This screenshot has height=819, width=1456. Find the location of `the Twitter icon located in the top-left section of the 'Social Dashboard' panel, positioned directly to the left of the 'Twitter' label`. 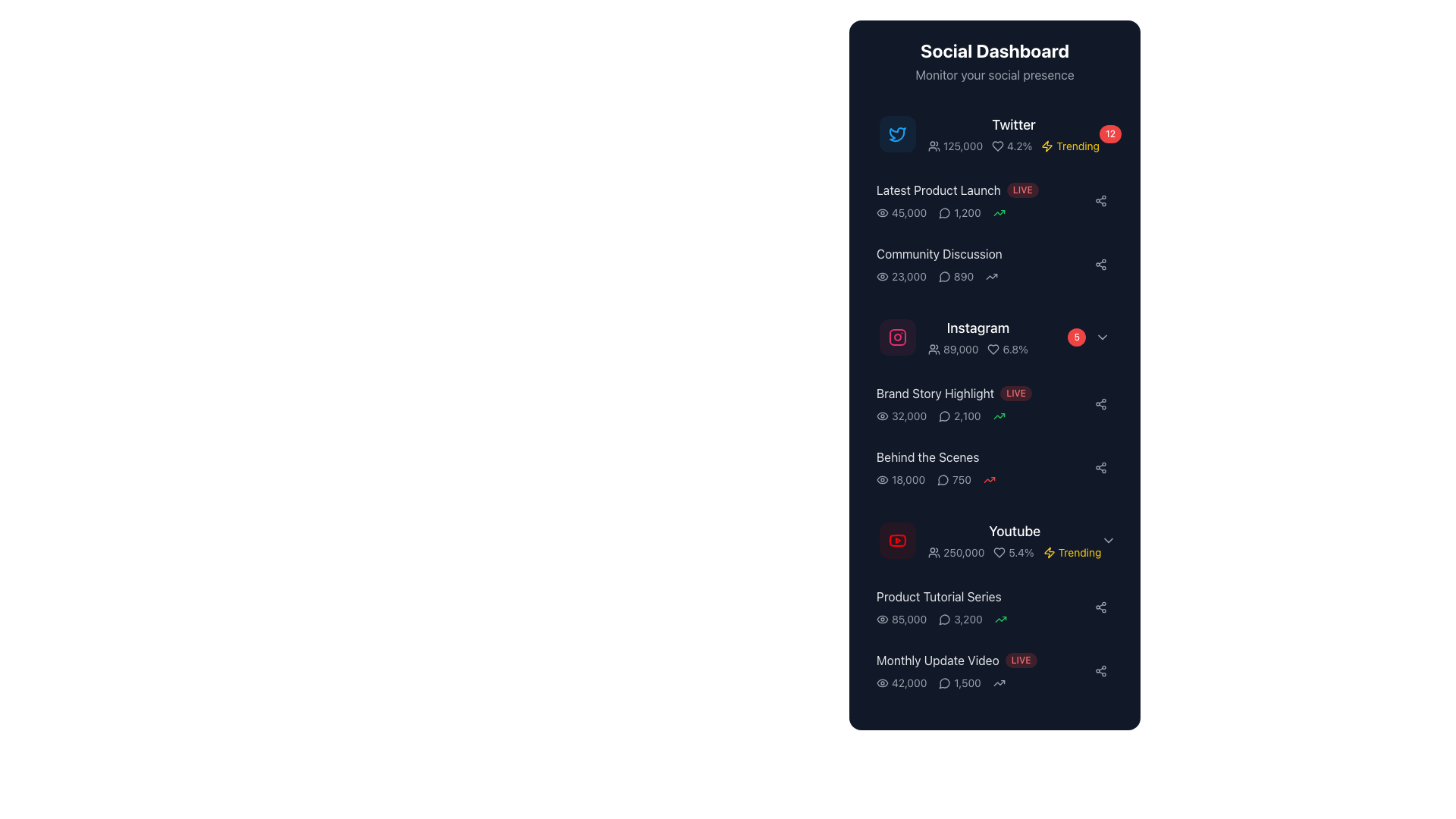

the Twitter icon located in the top-left section of the 'Social Dashboard' panel, positioned directly to the left of the 'Twitter' label is located at coordinates (898, 133).